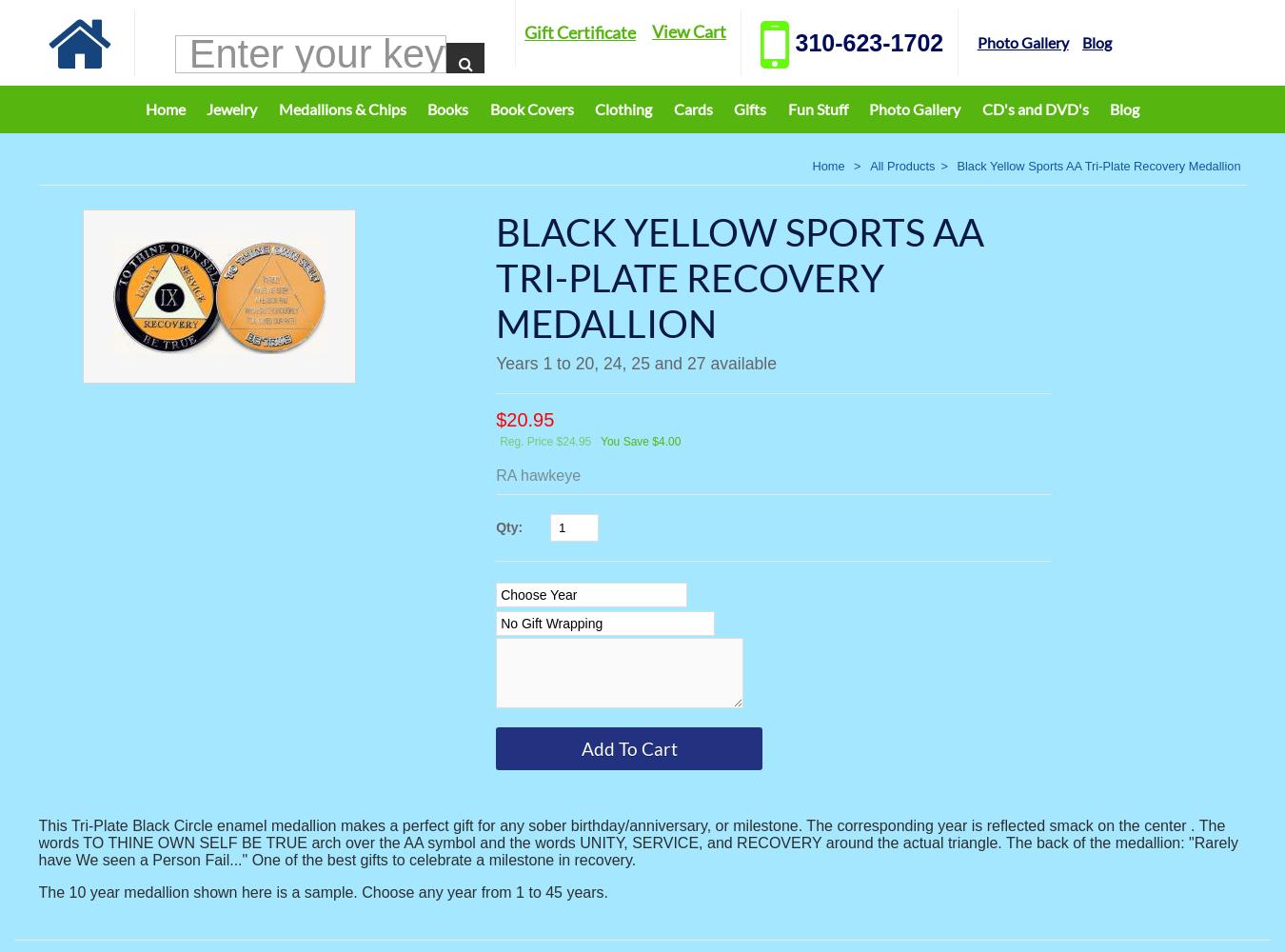  I want to click on 'RA hawkeye', so click(538, 474).